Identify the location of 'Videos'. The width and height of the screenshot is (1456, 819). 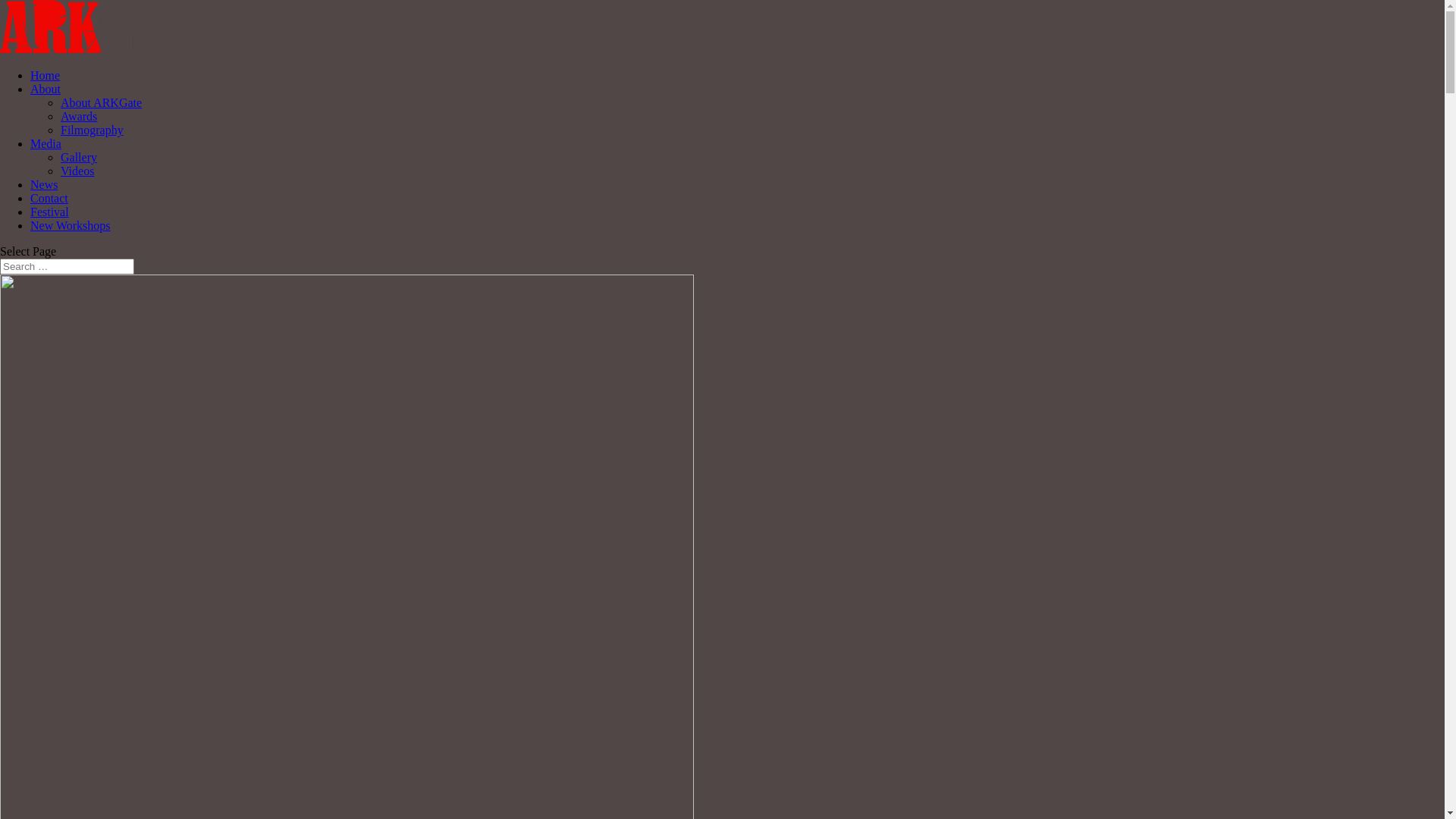
(76, 171).